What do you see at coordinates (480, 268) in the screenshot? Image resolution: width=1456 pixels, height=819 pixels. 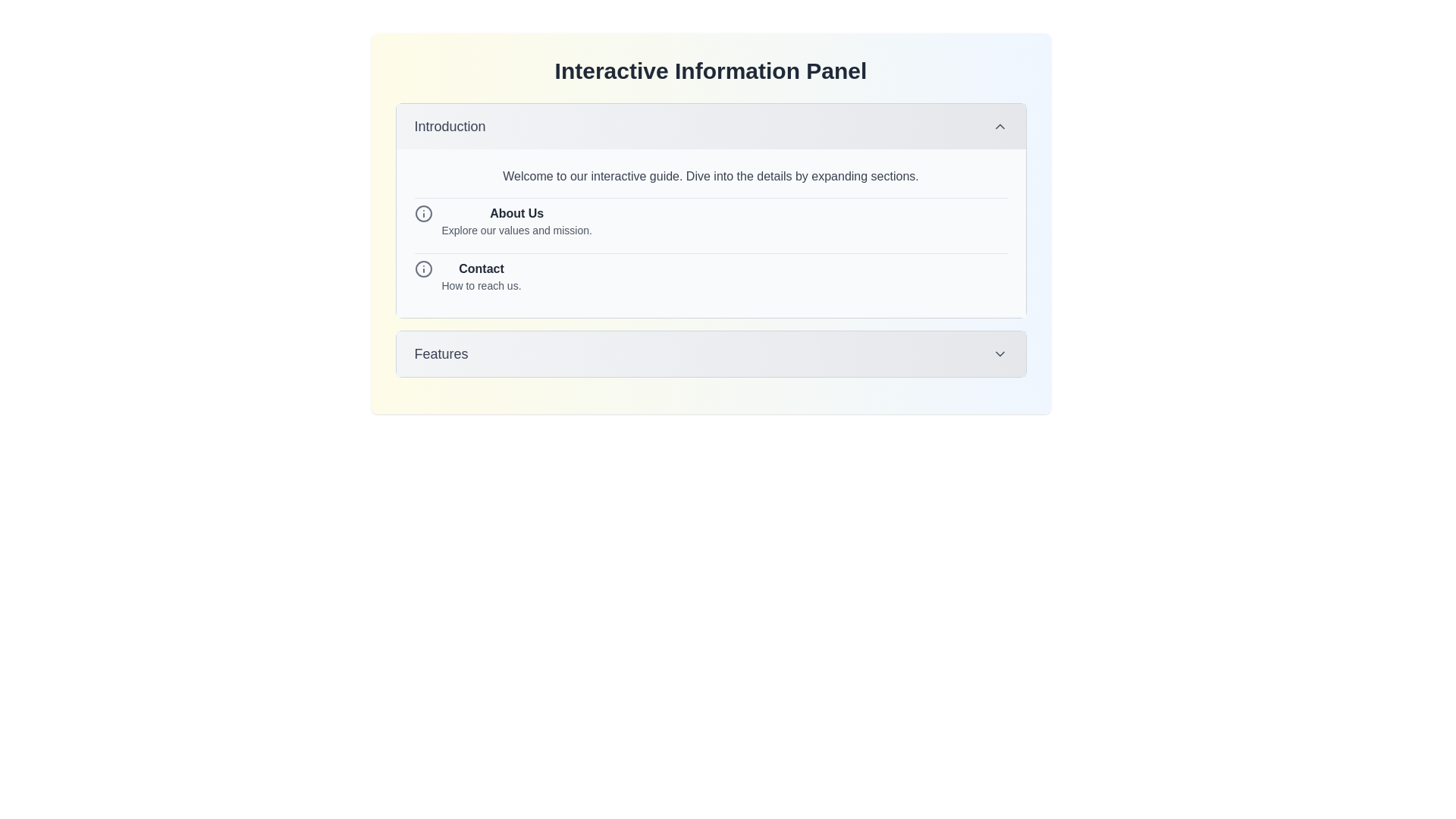 I see `the 'Contact' text label which indicates the section of the interface below the 'About Us' list item in the 'Introduction' section` at bounding box center [480, 268].